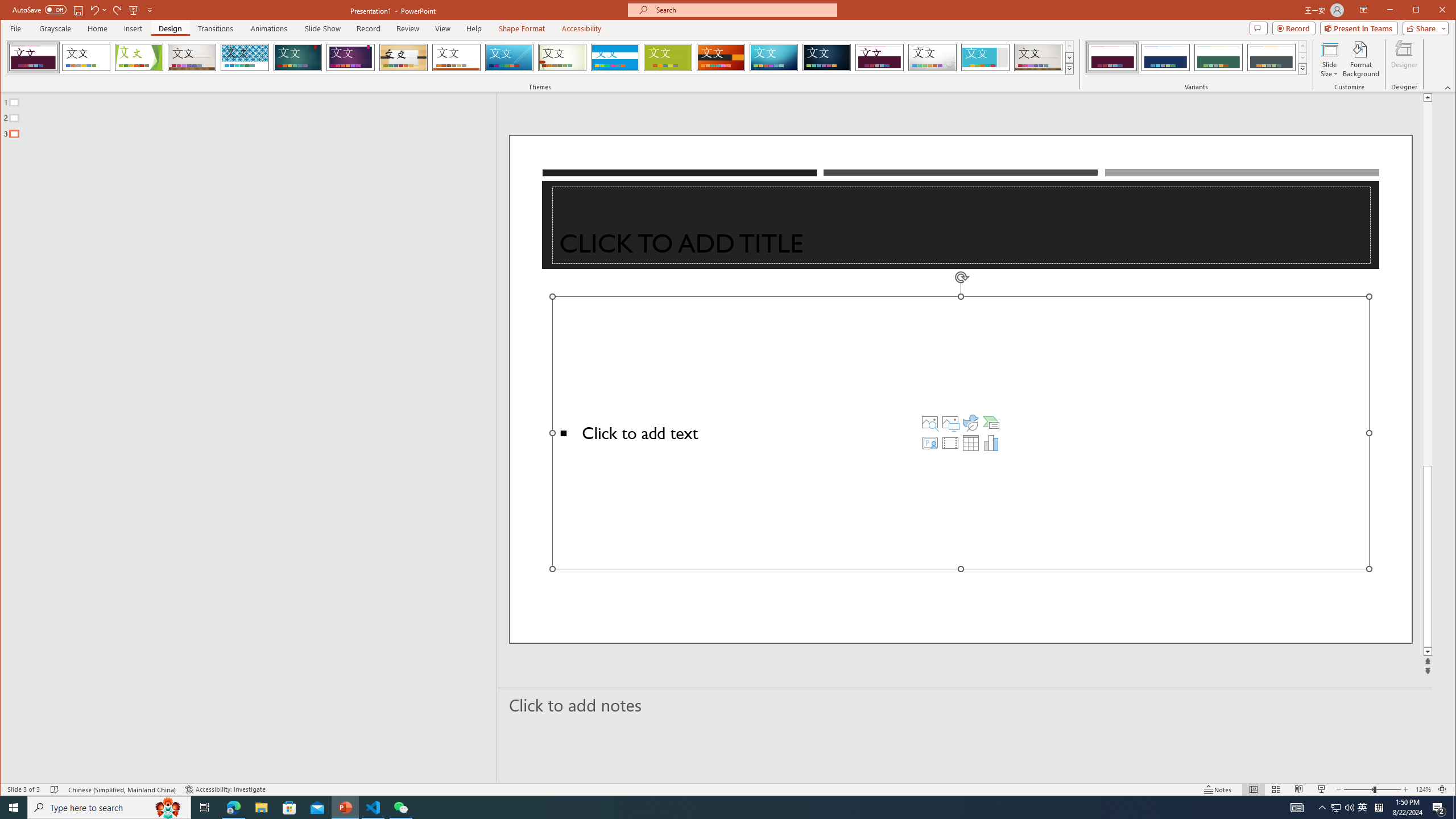 The width and height of the screenshot is (1456, 819). What do you see at coordinates (1423, 789) in the screenshot?
I see `'Zoom 124%'` at bounding box center [1423, 789].